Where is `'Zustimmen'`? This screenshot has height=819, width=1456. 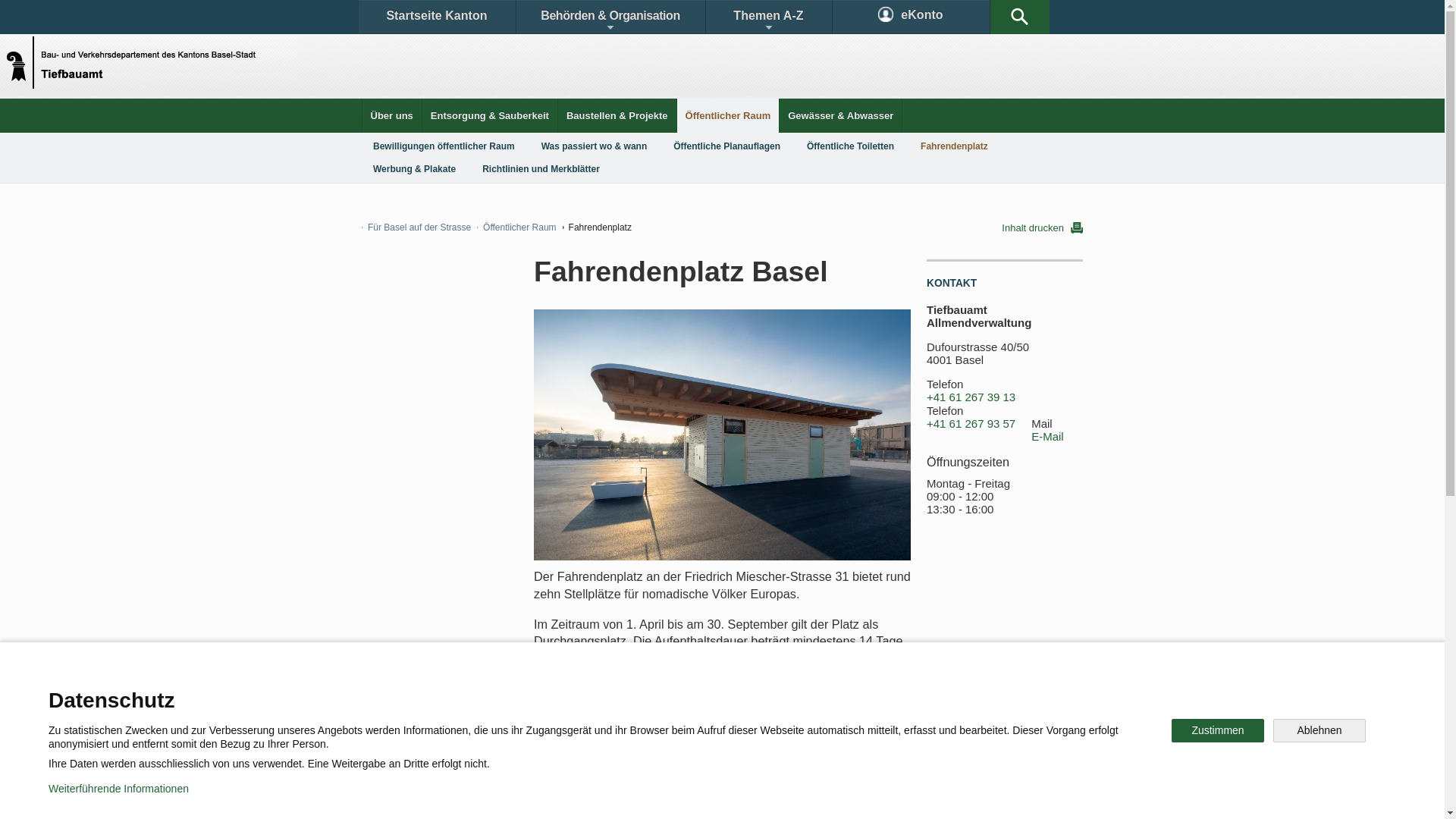
'Zustimmen' is located at coordinates (1218, 730).